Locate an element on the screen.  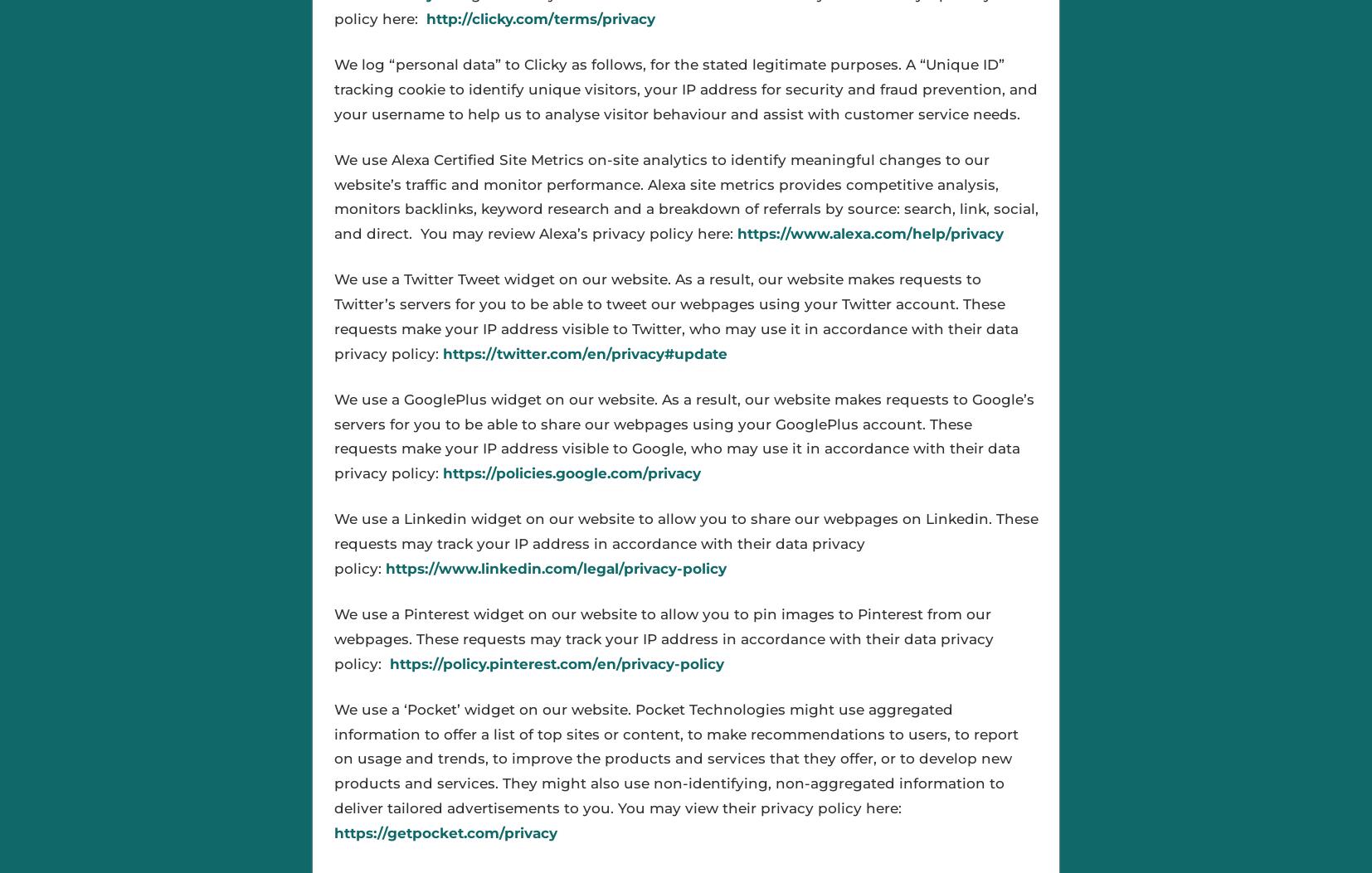
'We use a Linkedin widget on our website to allow you to share our webpages on Linkedin. These requests may track your IP address in accordance with their data privacy policy:' is located at coordinates (685, 542).